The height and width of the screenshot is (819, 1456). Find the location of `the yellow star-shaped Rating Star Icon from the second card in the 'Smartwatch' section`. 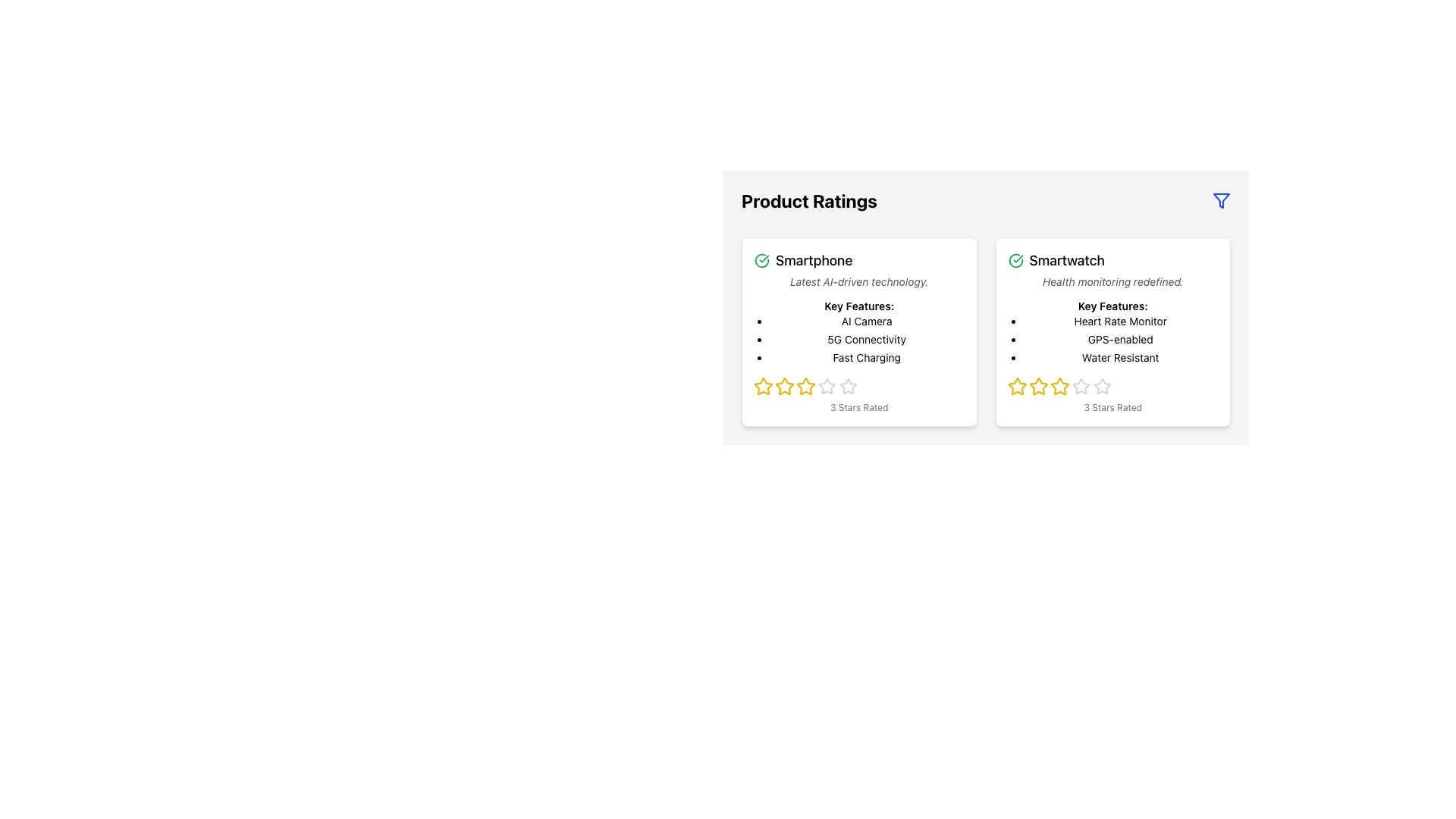

the yellow star-shaped Rating Star Icon from the second card in the 'Smartwatch' section is located at coordinates (1017, 385).